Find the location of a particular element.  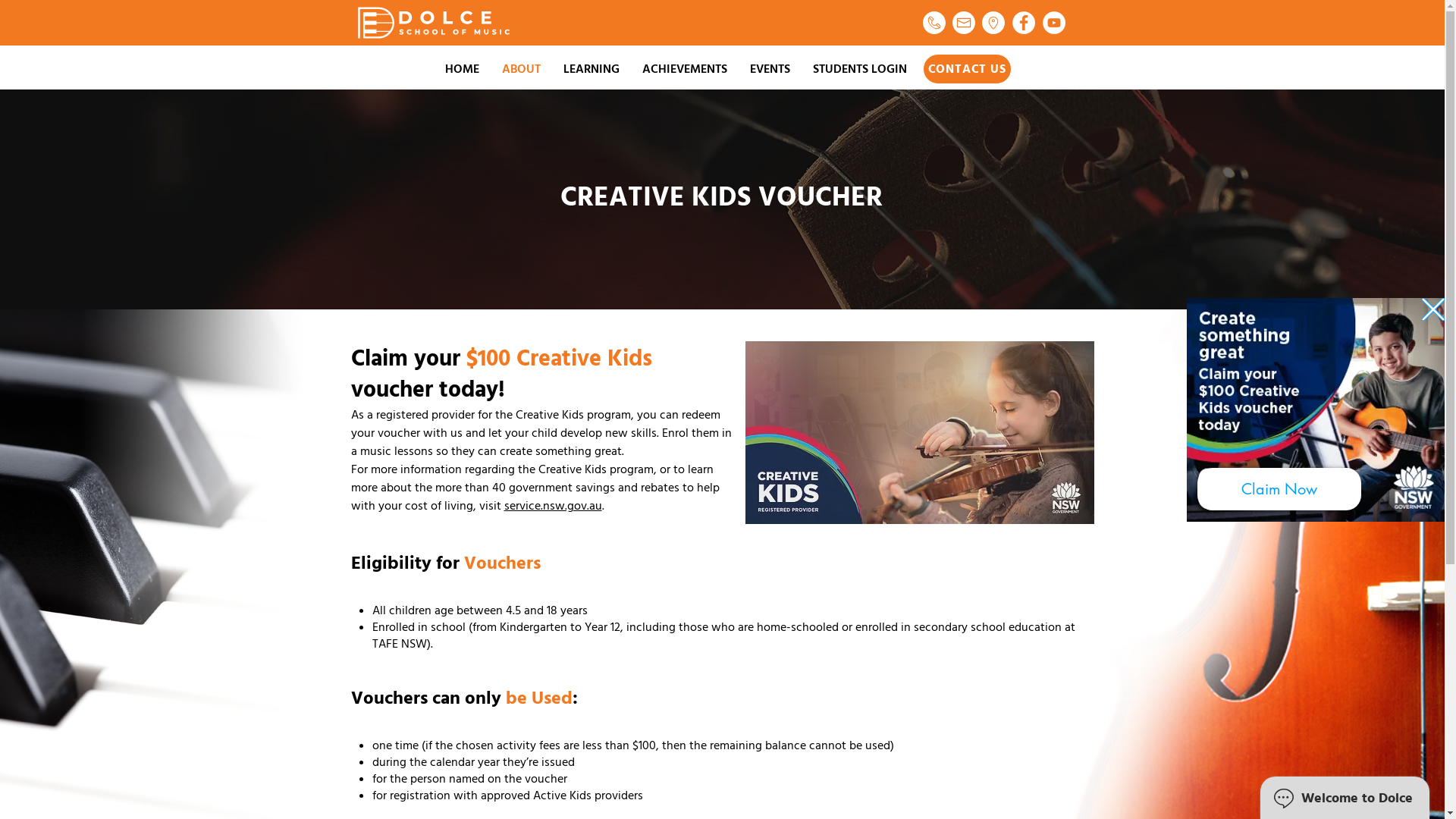

'service.nsw.gov.au' is located at coordinates (551, 506).